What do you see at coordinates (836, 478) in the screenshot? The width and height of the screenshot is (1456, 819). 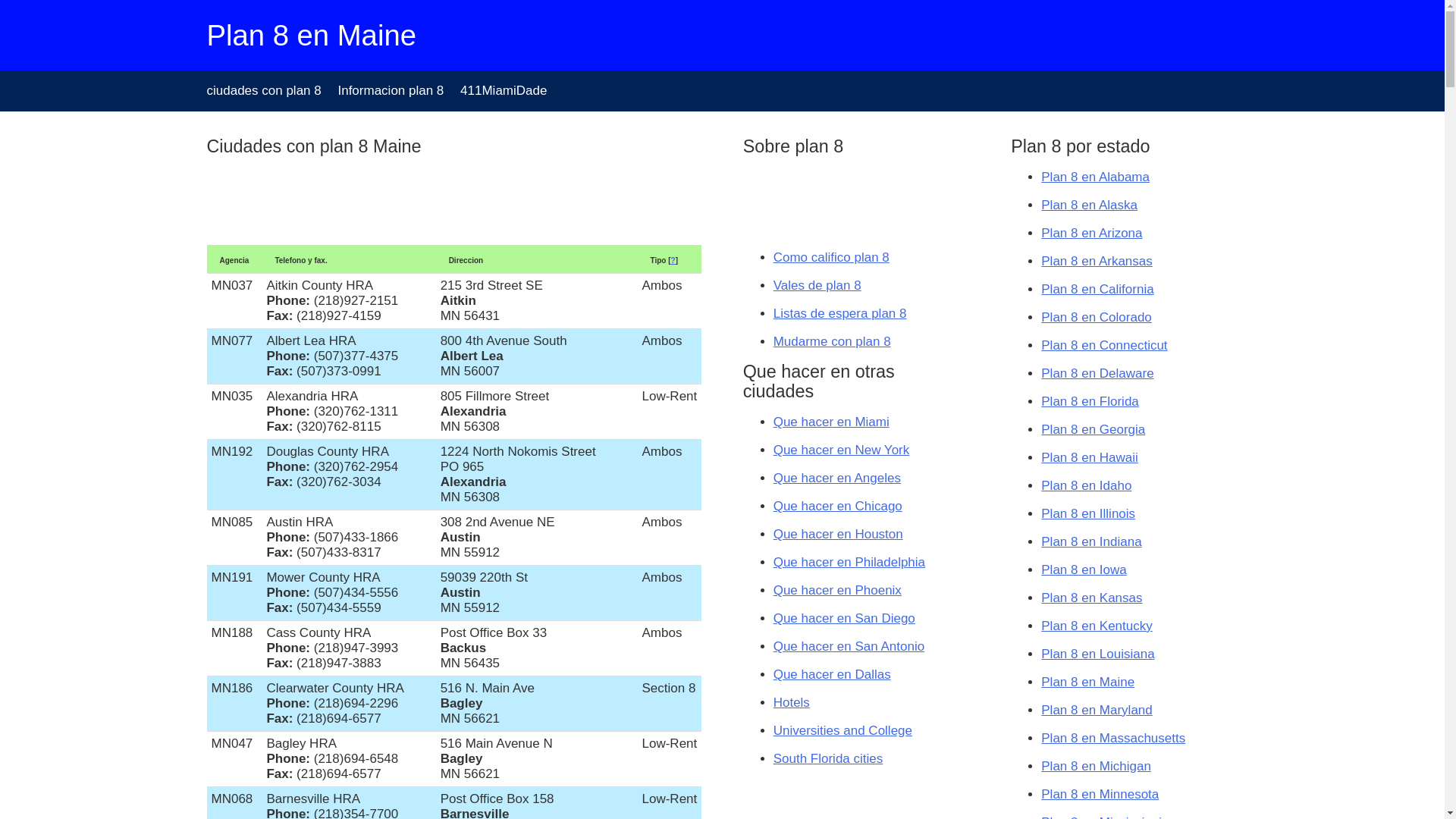 I see `'Que hacer en Angeles'` at bounding box center [836, 478].